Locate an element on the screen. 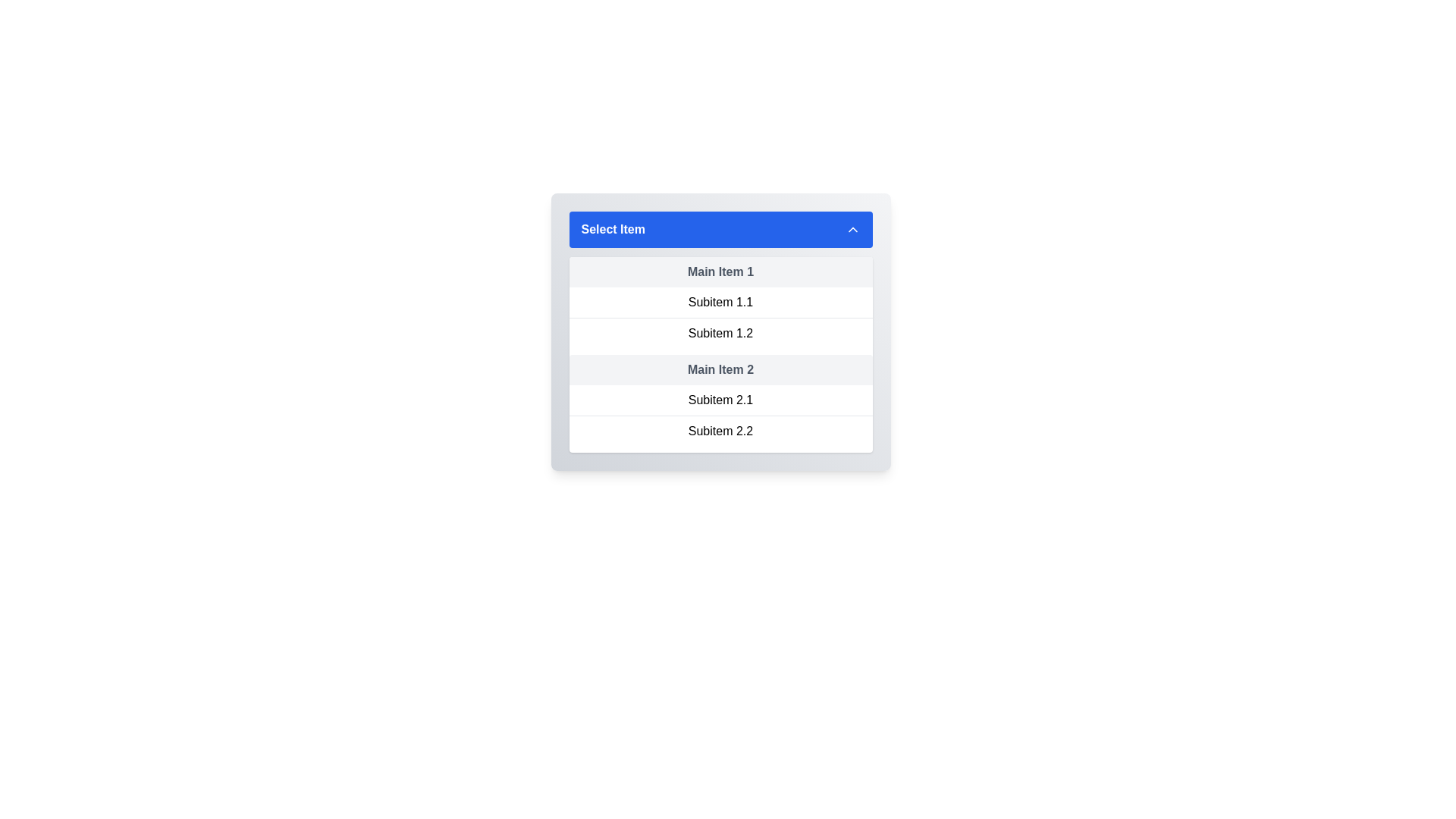 The width and height of the screenshot is (1456, 819). the subitem 'Subitem 1.1' of the collapsible list item titled 'Main Item 1' is located at coordinates (720, 306).